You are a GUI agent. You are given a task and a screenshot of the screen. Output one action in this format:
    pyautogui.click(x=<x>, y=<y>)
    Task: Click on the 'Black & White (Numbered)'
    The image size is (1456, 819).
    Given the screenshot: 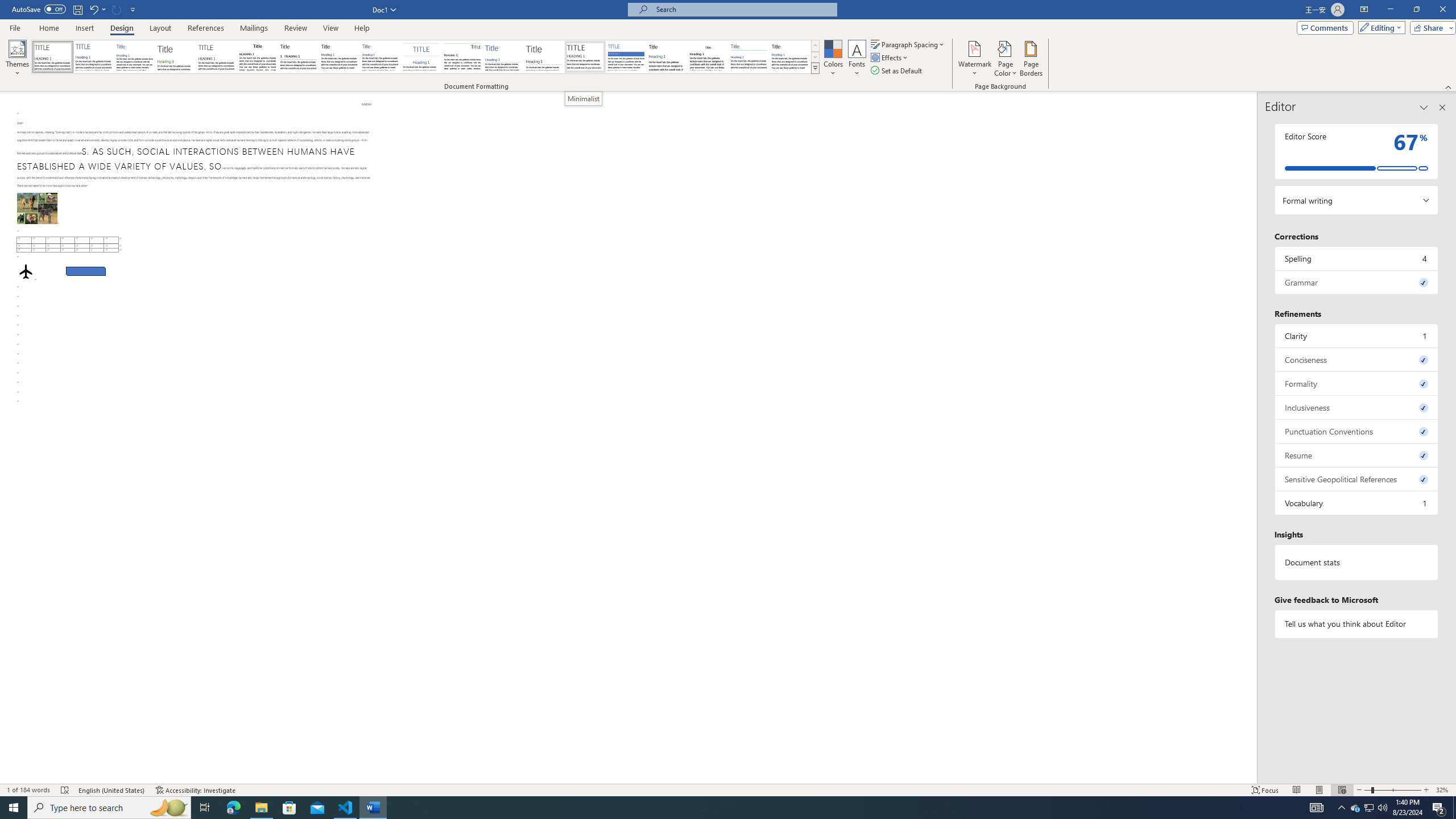 What is the action you would take?
    pyautogui.click(x=297, y=56)
    